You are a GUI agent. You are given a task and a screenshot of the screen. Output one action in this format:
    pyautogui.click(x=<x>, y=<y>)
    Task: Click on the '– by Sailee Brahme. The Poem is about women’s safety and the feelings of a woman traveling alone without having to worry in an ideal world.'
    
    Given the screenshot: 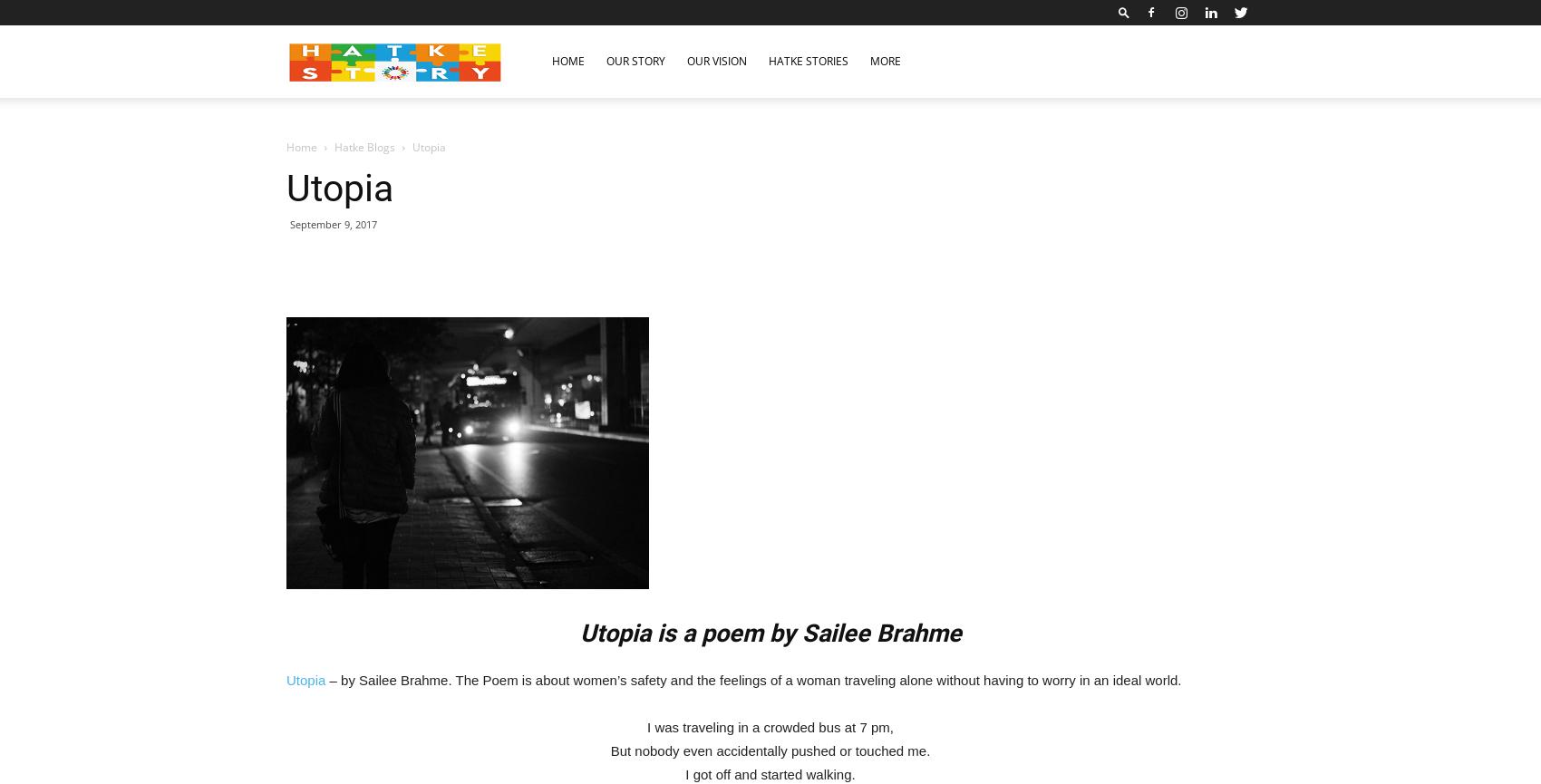 What is the action you would take?
    pyautogui.click(x=751, y=679)
    